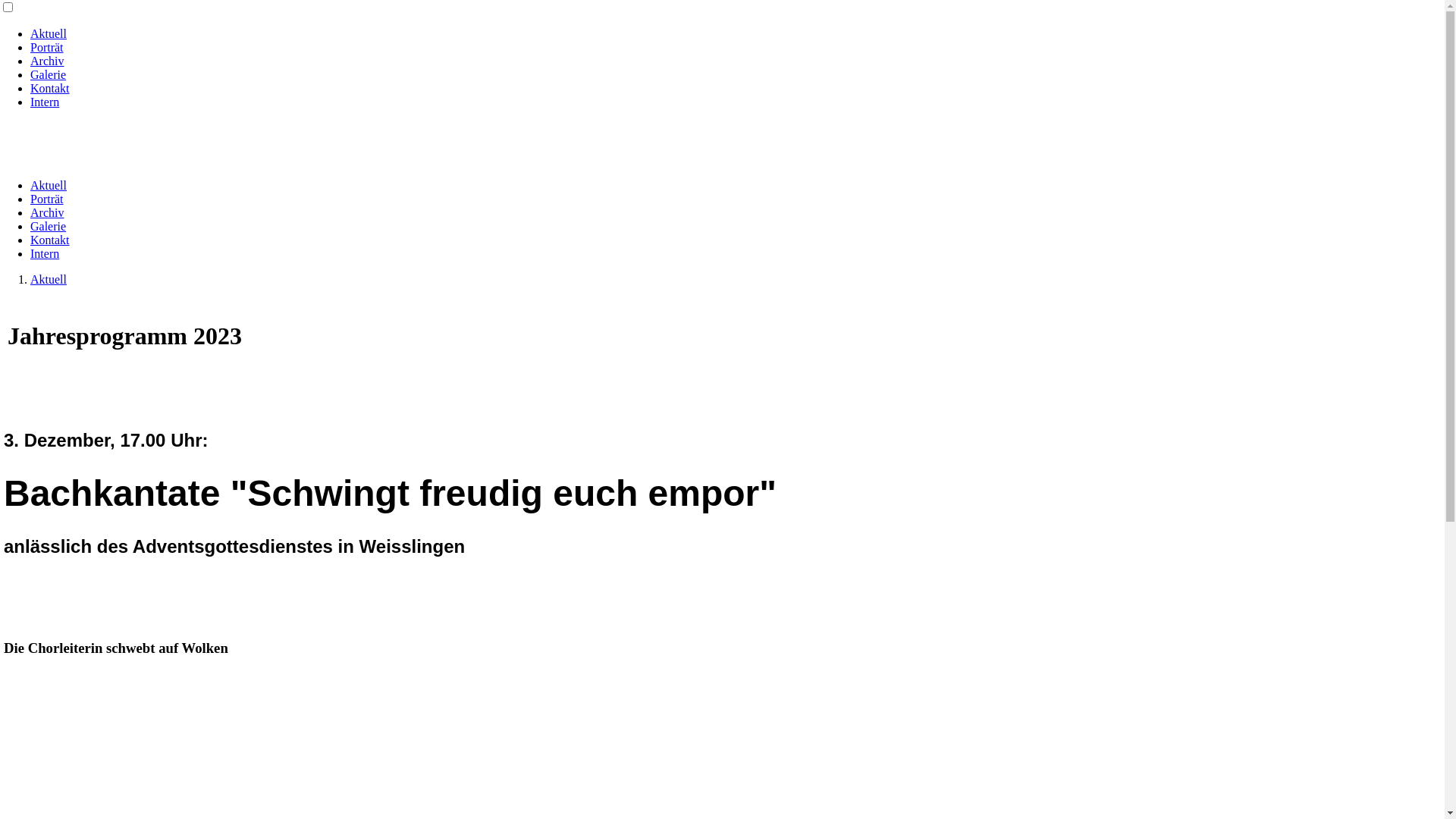  What do you see at coordinates (48, 74) in the screenshot?
I see `'Galerie'` at bounding box center [48, 74].